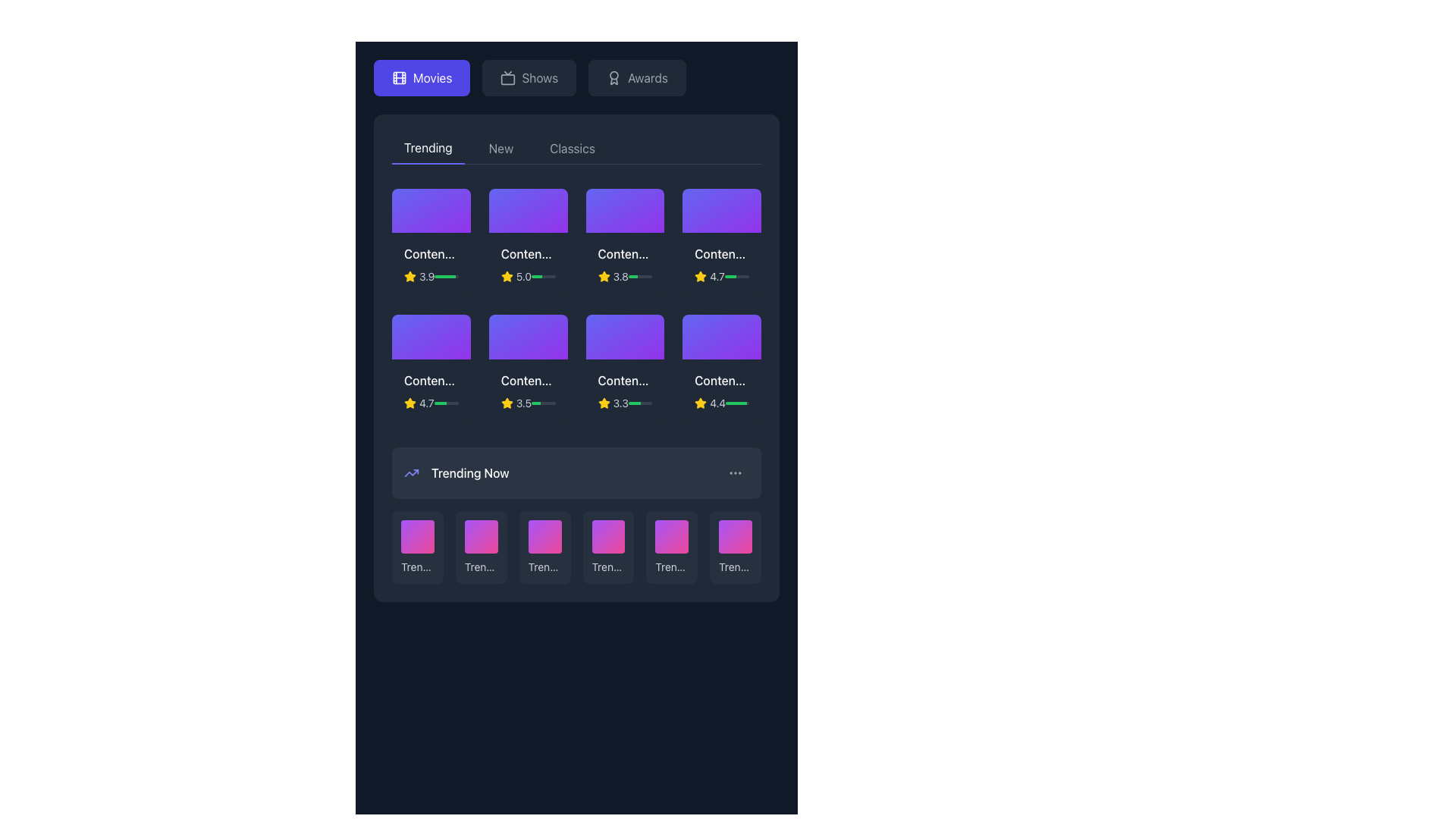 This screenshot has height=819, width=1456. Describe the element at coordinates (735, 472) in the screenshot. I see `the menu trigger located` at that location.